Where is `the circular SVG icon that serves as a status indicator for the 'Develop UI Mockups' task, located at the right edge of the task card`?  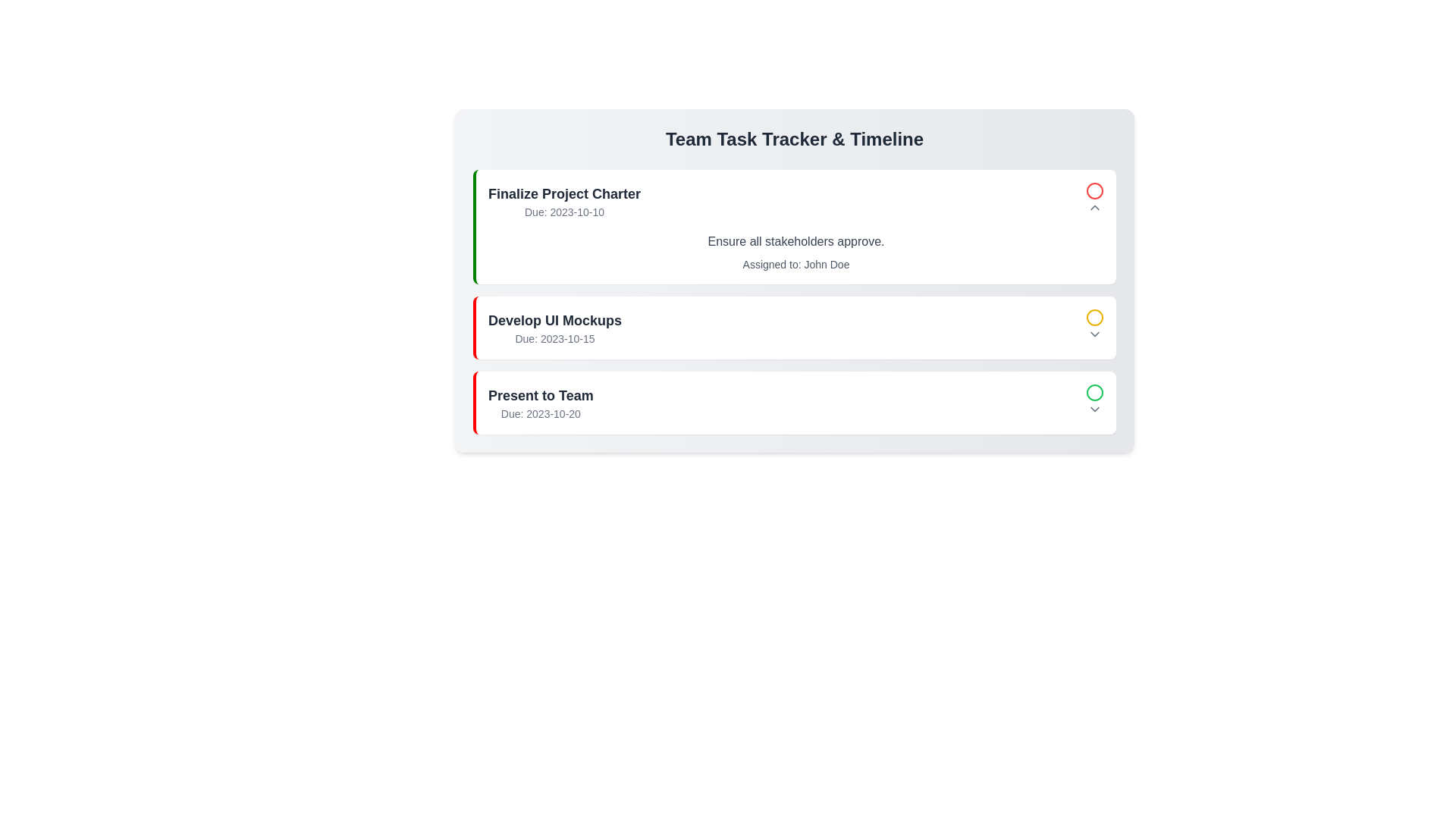 the circular SVG icon that serves as a status indicator for the 'Develop UI Mockups' task, located at the right edge of the task card is located at coordinates (1095, 317).